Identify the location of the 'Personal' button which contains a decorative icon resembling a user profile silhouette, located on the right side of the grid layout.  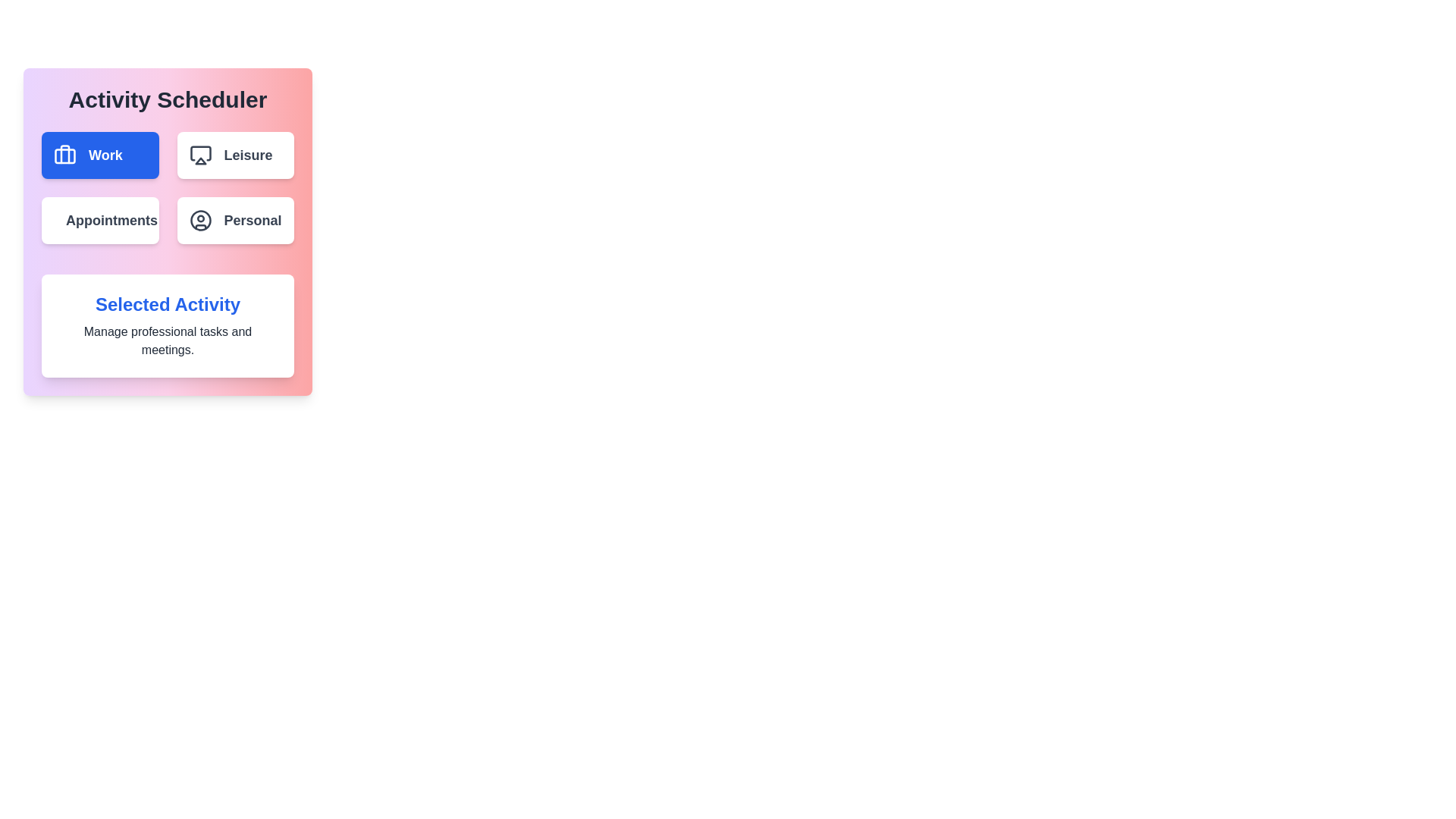
(199, 220).